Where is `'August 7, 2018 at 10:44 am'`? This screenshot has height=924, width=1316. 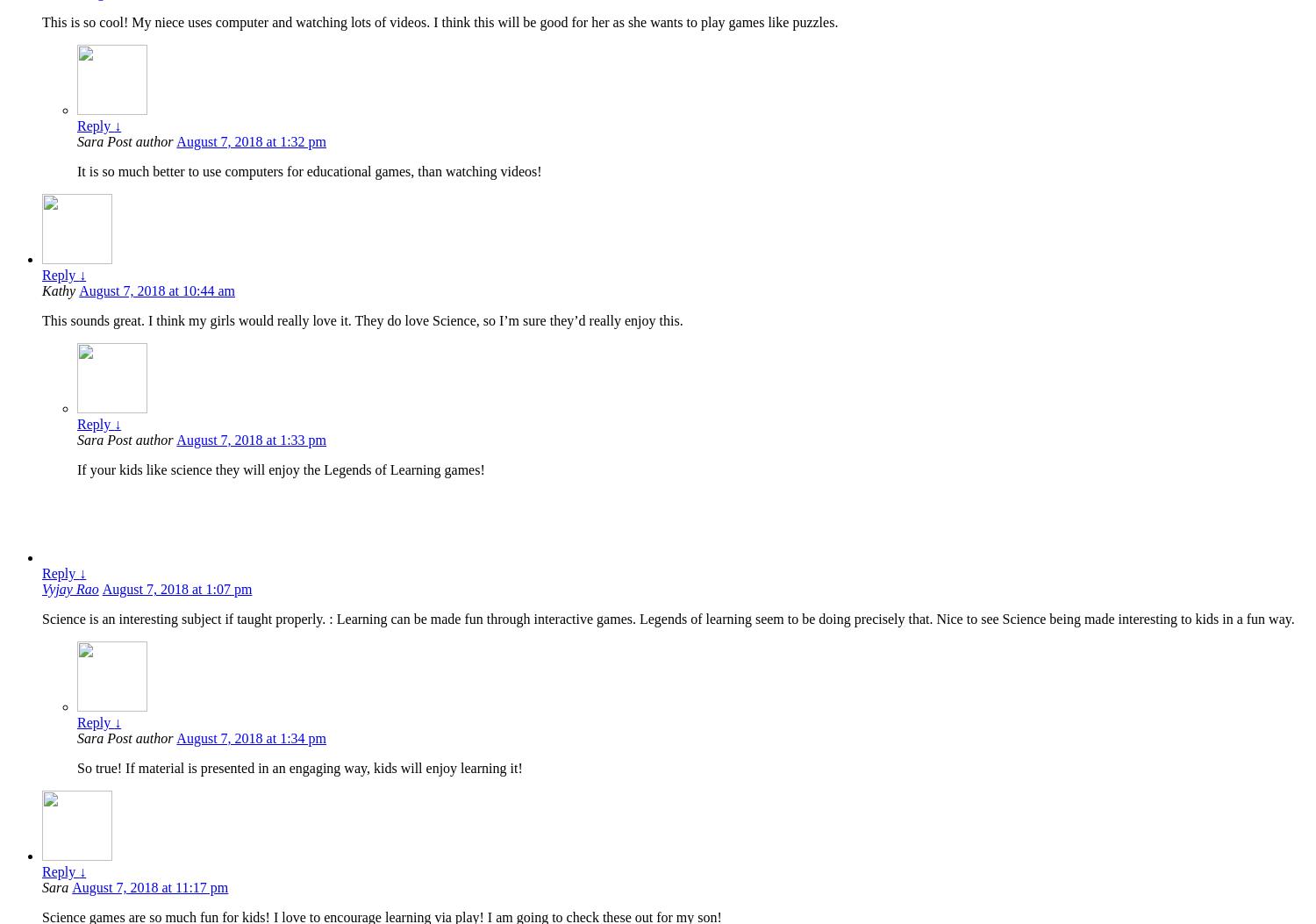 'August 7, 2018 at 10:44 am' is located at coordinates (156, 290).